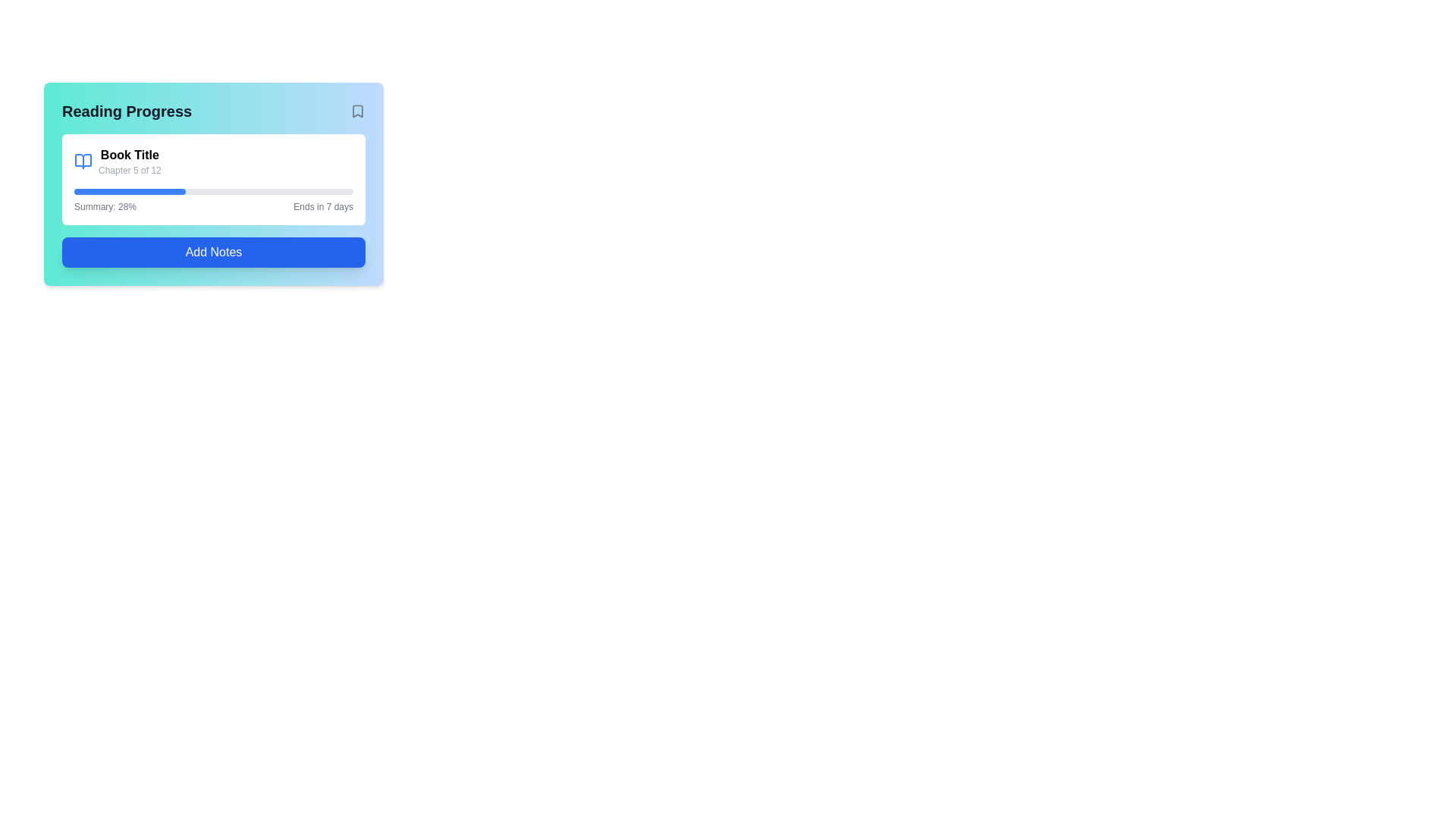 The image size is (1456, 819). Describe the element at coordinates (105, 207) in the screenshot. I see `the text label displaying 'Summary: 28%' which is located in the bottom left of the 'Reading Progress' card, underneath the progress bar` at that location.